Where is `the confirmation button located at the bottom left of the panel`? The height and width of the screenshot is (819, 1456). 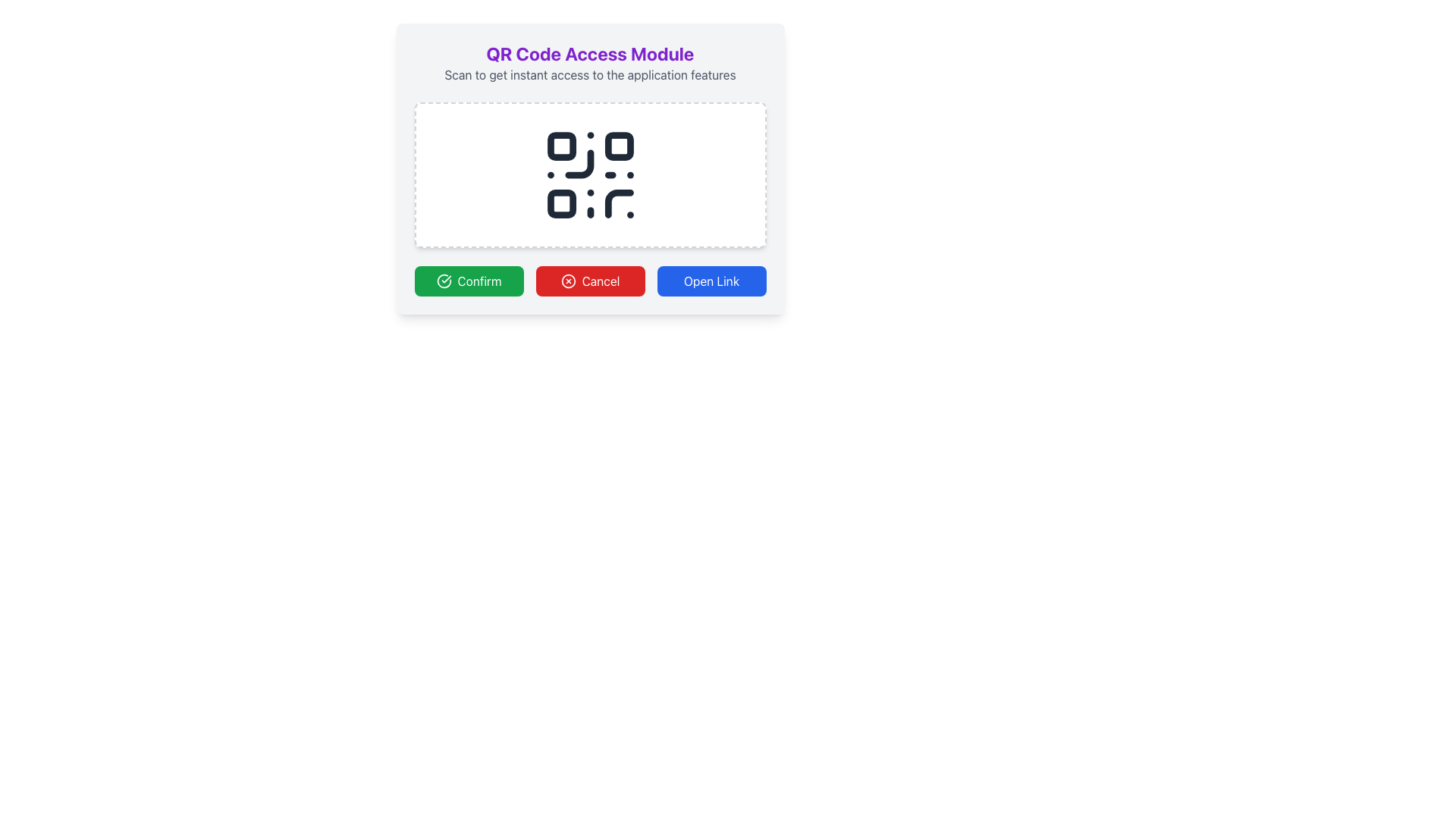 the confirmation button located at the bottom left of the panel is located at coordinates (468, 281).